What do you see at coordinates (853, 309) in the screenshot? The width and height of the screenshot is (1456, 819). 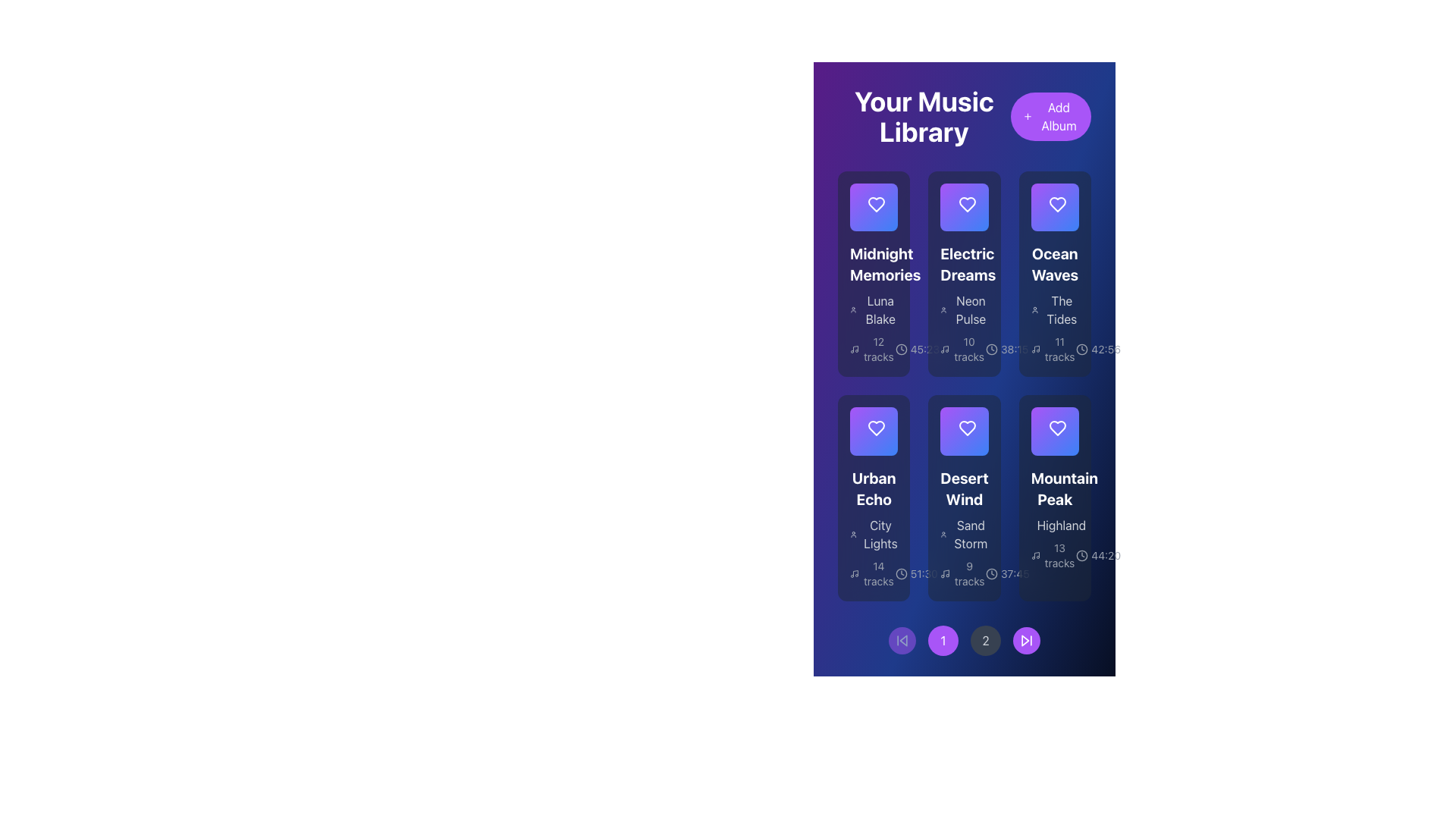 I see `the user profile icon, which is a circular head and shoulders outline, located to the left of the text 'Luna Blake'` at bounding box center [853, 309].